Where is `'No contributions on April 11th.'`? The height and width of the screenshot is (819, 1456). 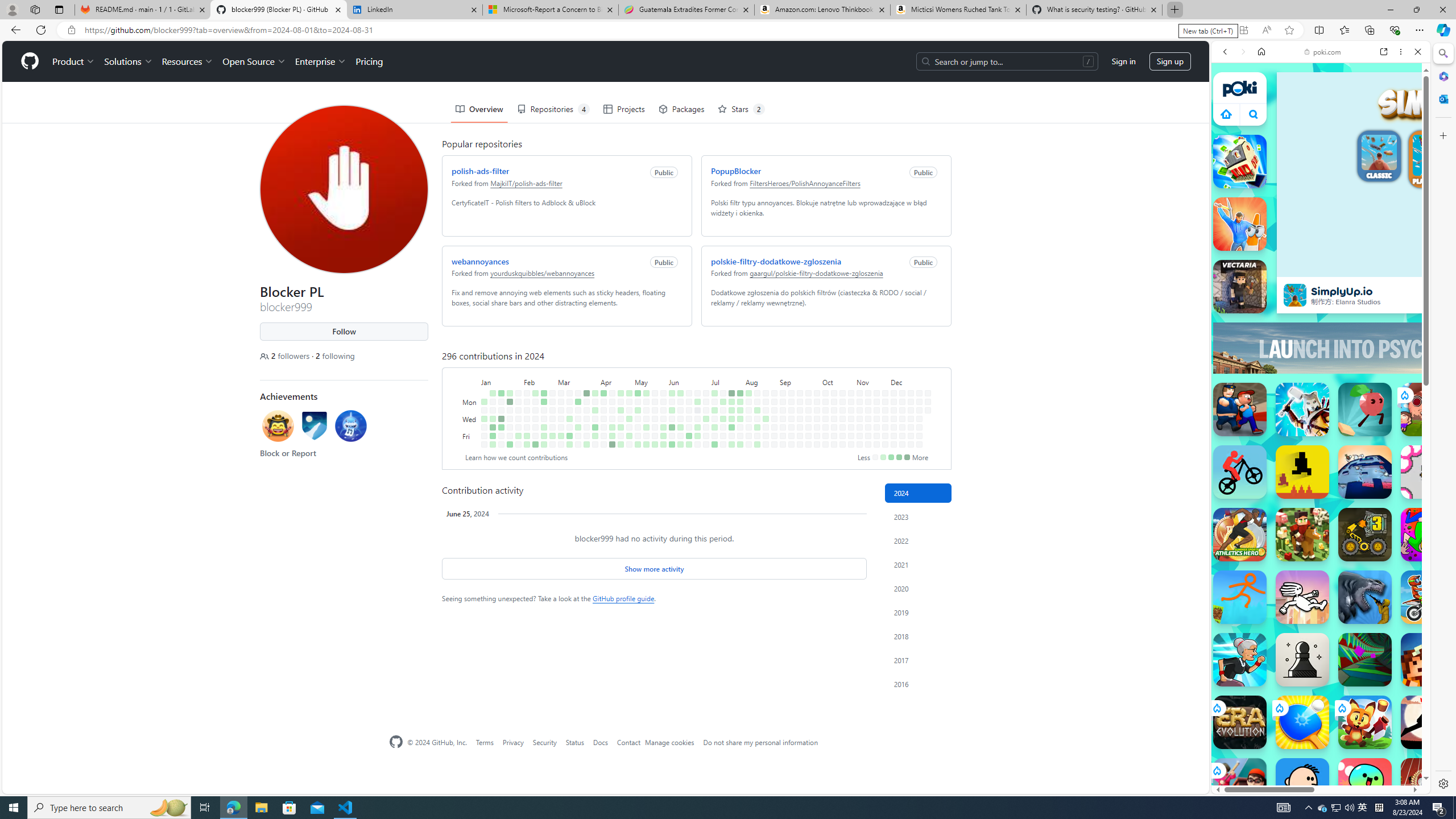
'No contributions on April 11th.' is located at coordinates (603, 427).